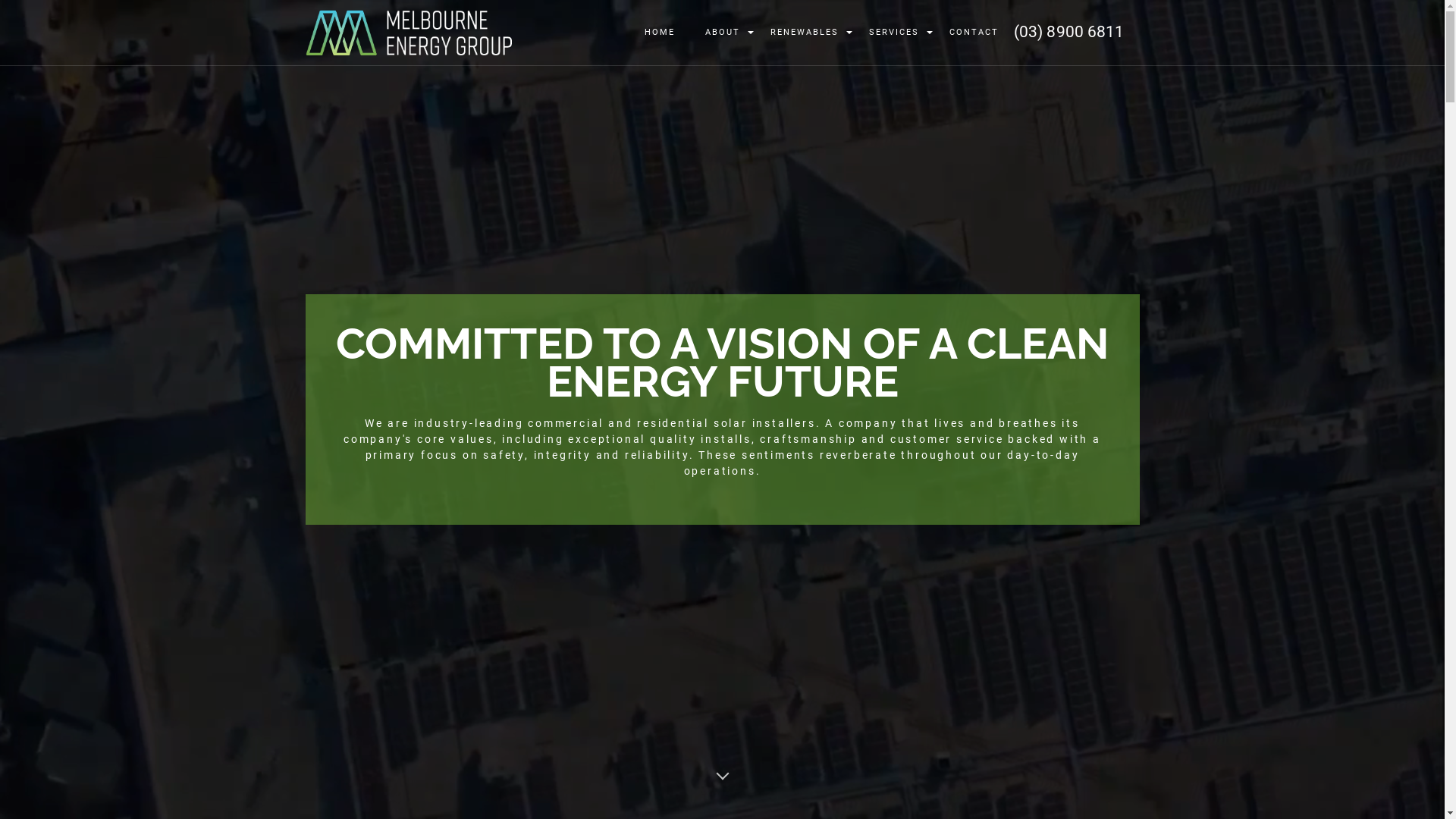 This screenshot has height=819, width=1456. Describe the element at coordinates (1076, 32) in the screenshot. I see `'(03) 8900 6811'` at that location.